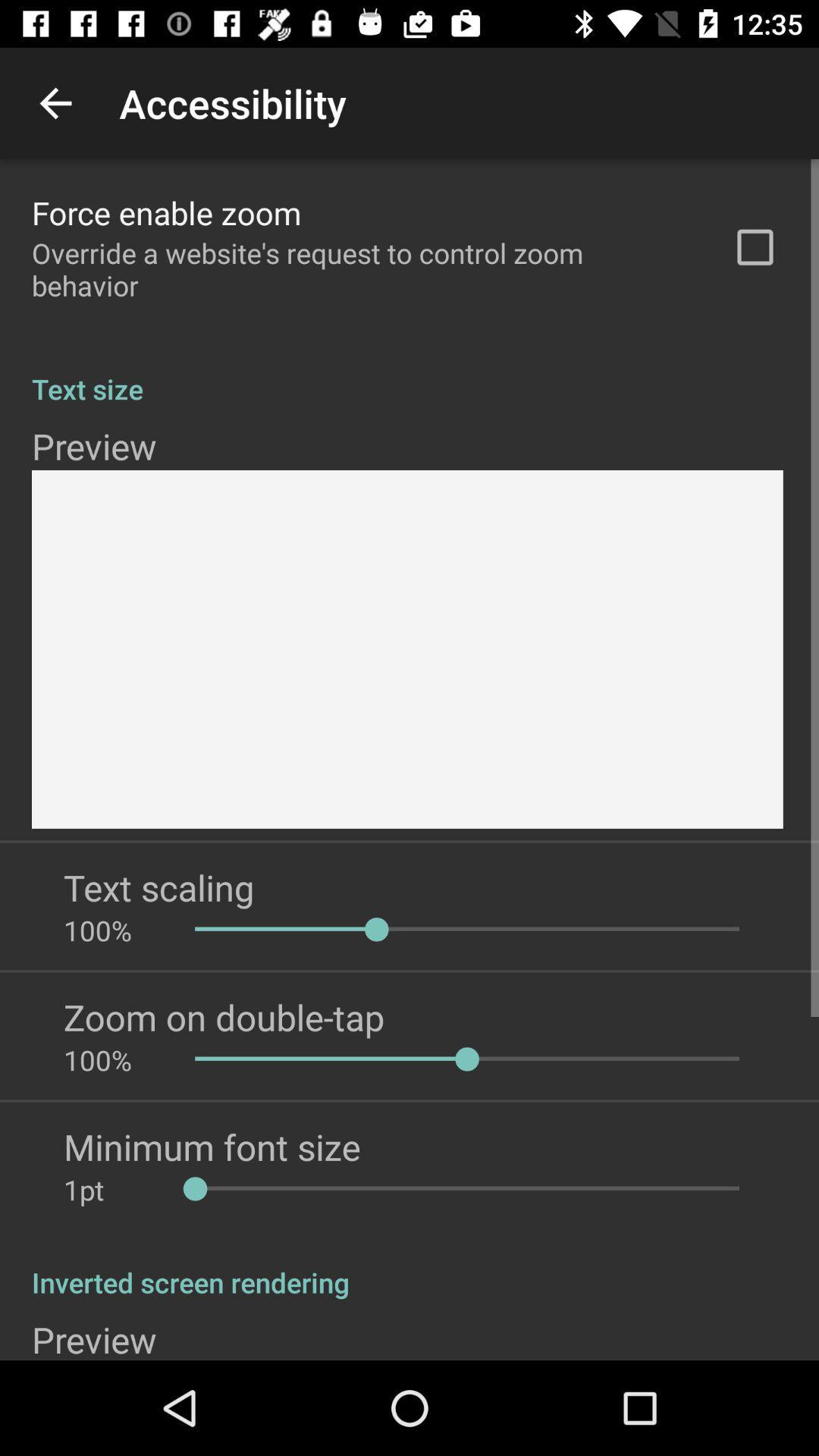 This screenshot has width=819, height=1456. What do you see at coordinates (212, 1147) in the screenshot?
I see `app below the 100% app` at bounding box center [212, 1147].